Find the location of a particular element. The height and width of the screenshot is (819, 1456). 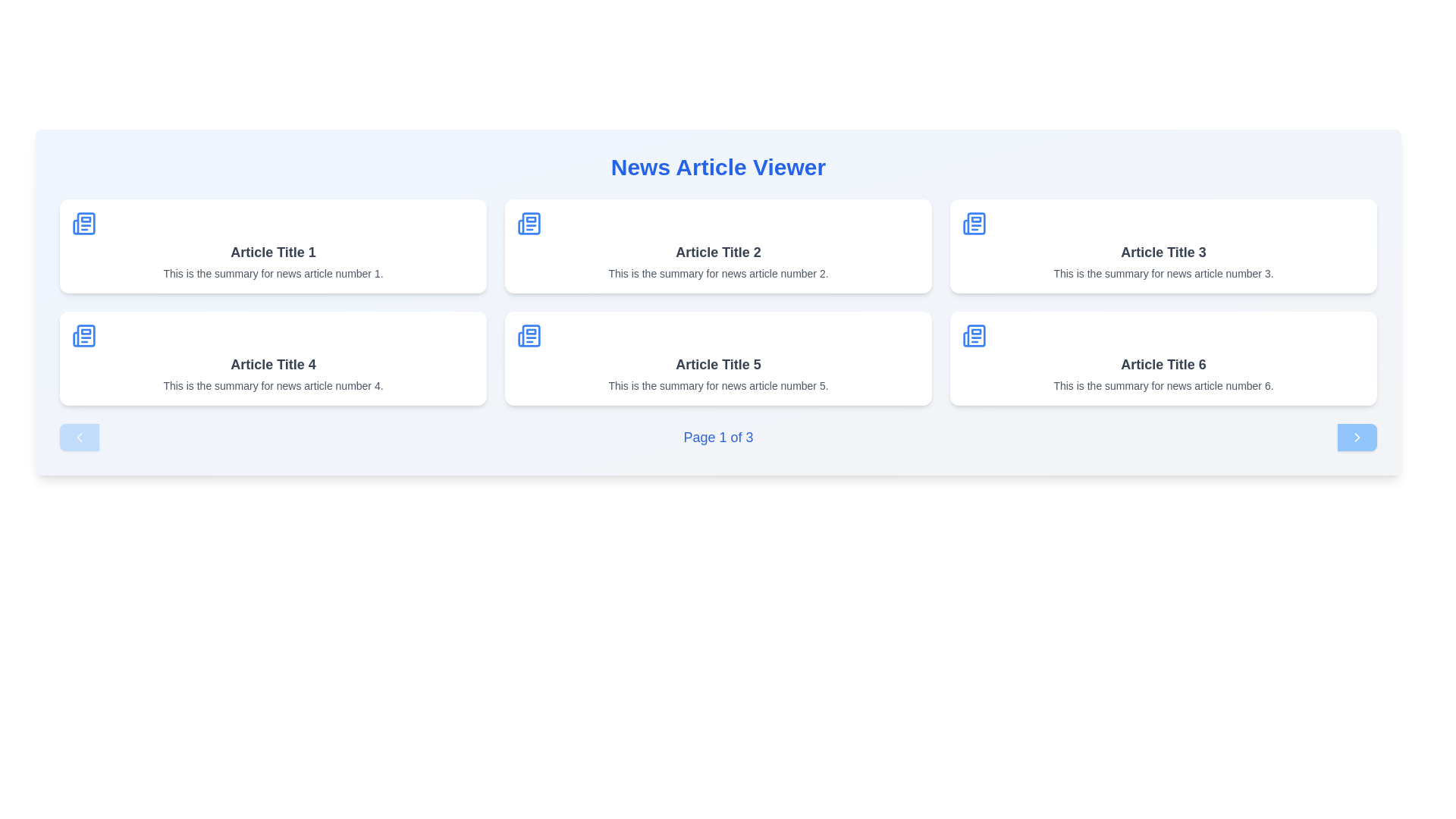

text displayed in the bold, large-sized muted gray label that says 'Article Title 2', located in the top region of the second card in the grid layout is located at coordinates (717, 251).